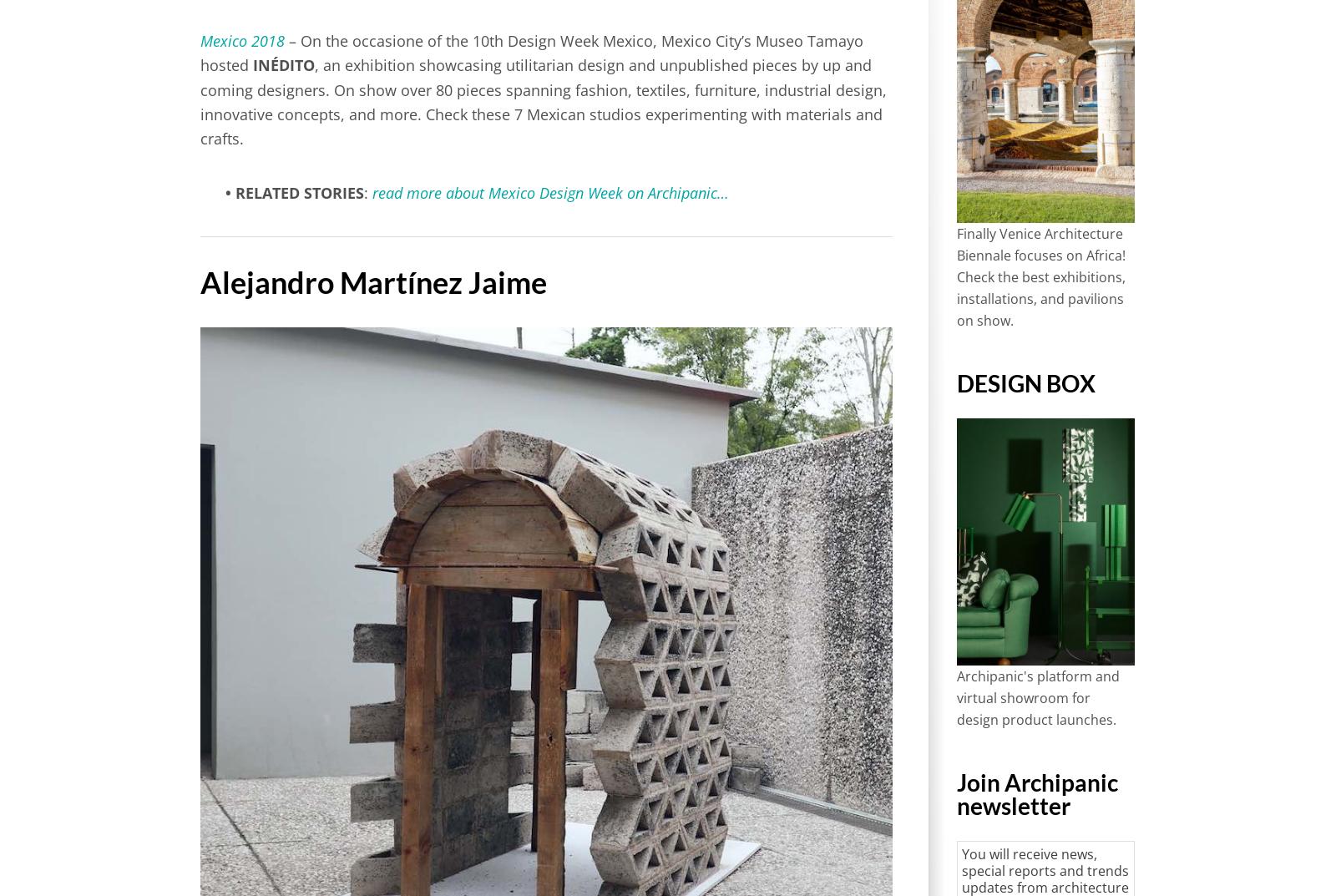  What do you see at coordinates (242, 40) in the screenshot?
I see `'Mexico 2018'` at bounding box center [242, 40].